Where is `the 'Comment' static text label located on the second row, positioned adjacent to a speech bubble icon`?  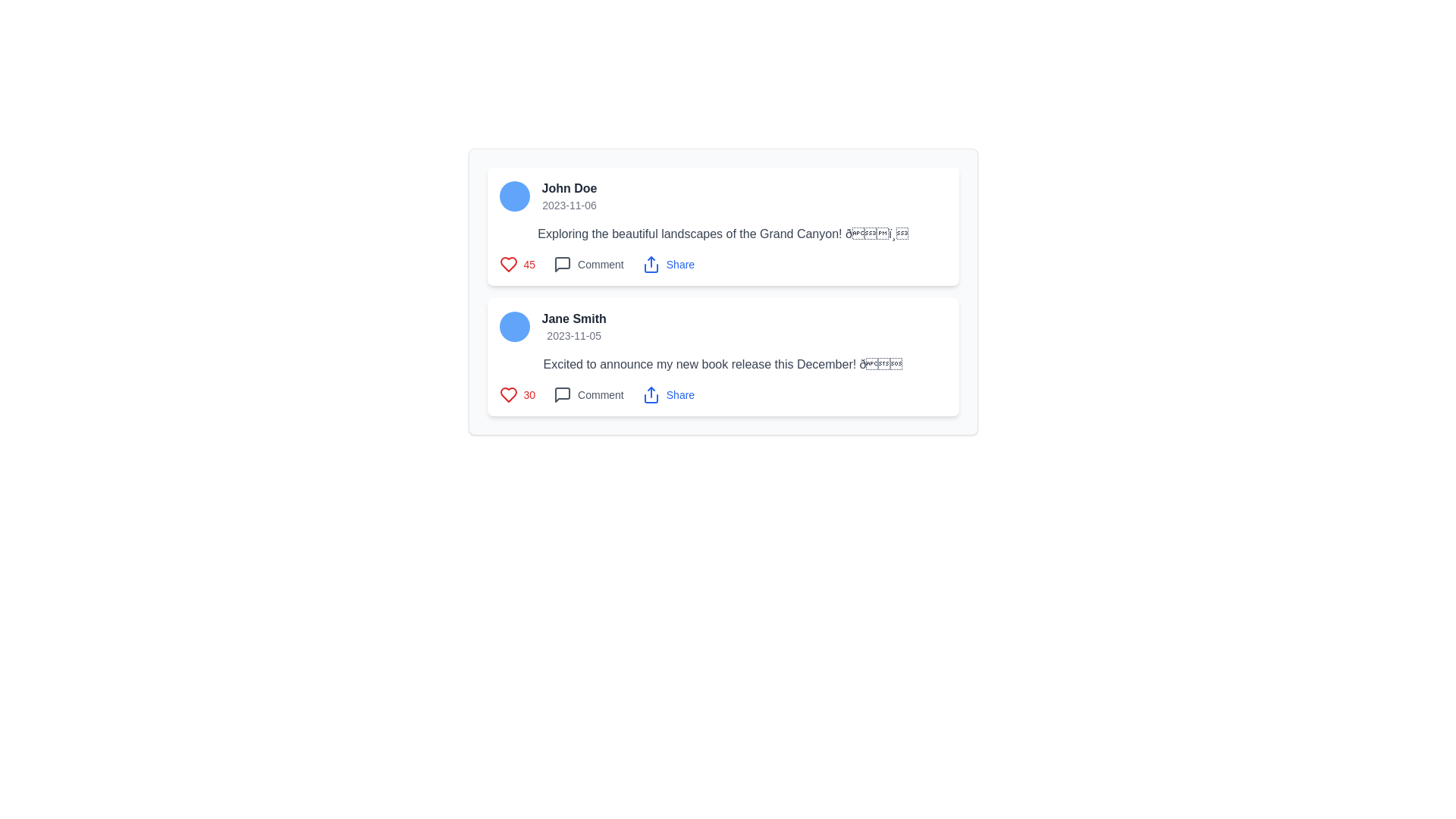 the 'Comment' static text label located on the second row, positioned adjacent to a speech bubble icon is located at coordinates (600, 263).